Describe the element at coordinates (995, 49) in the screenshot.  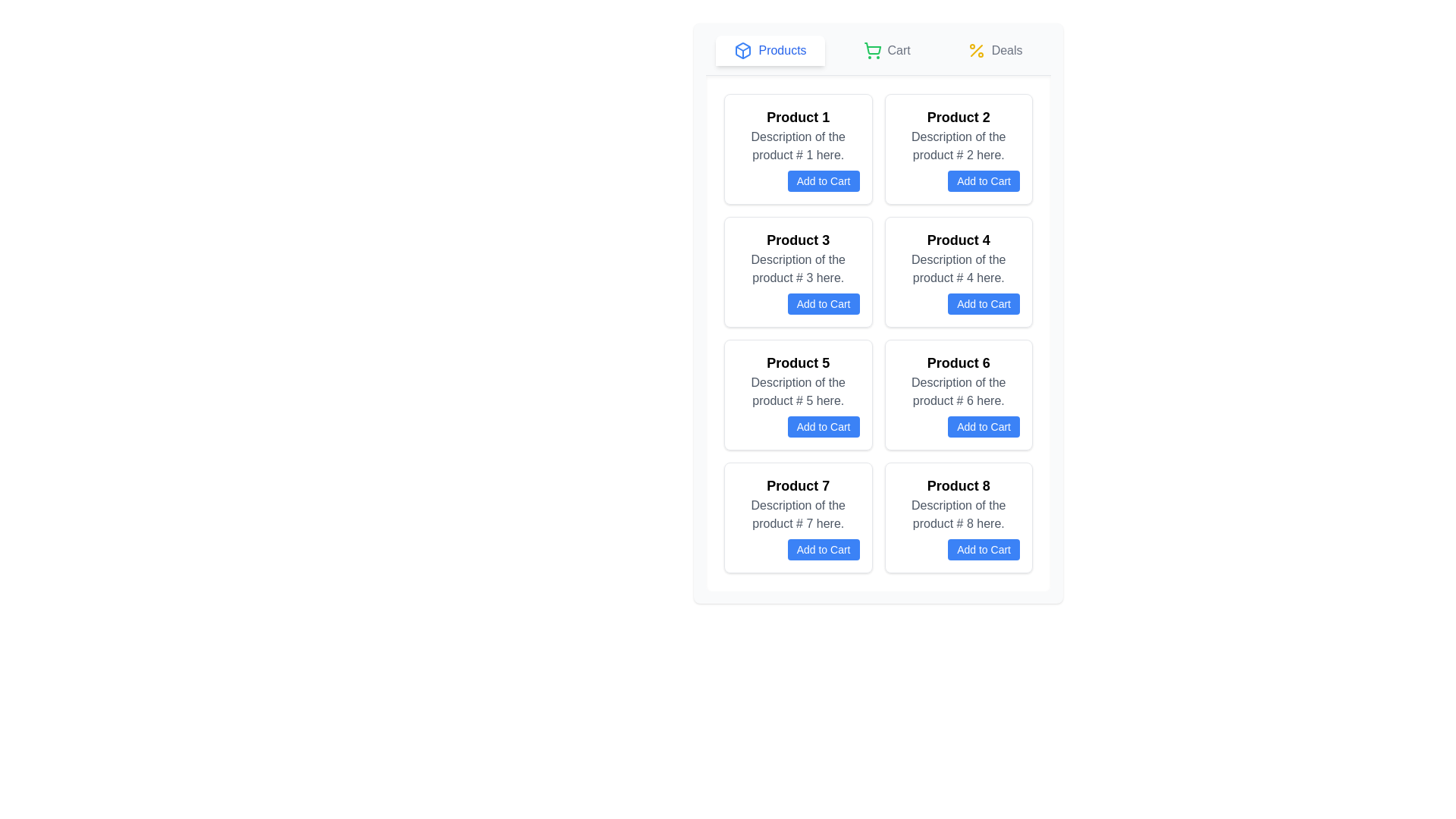
I see `the 'Deals' navigation button` at that location.